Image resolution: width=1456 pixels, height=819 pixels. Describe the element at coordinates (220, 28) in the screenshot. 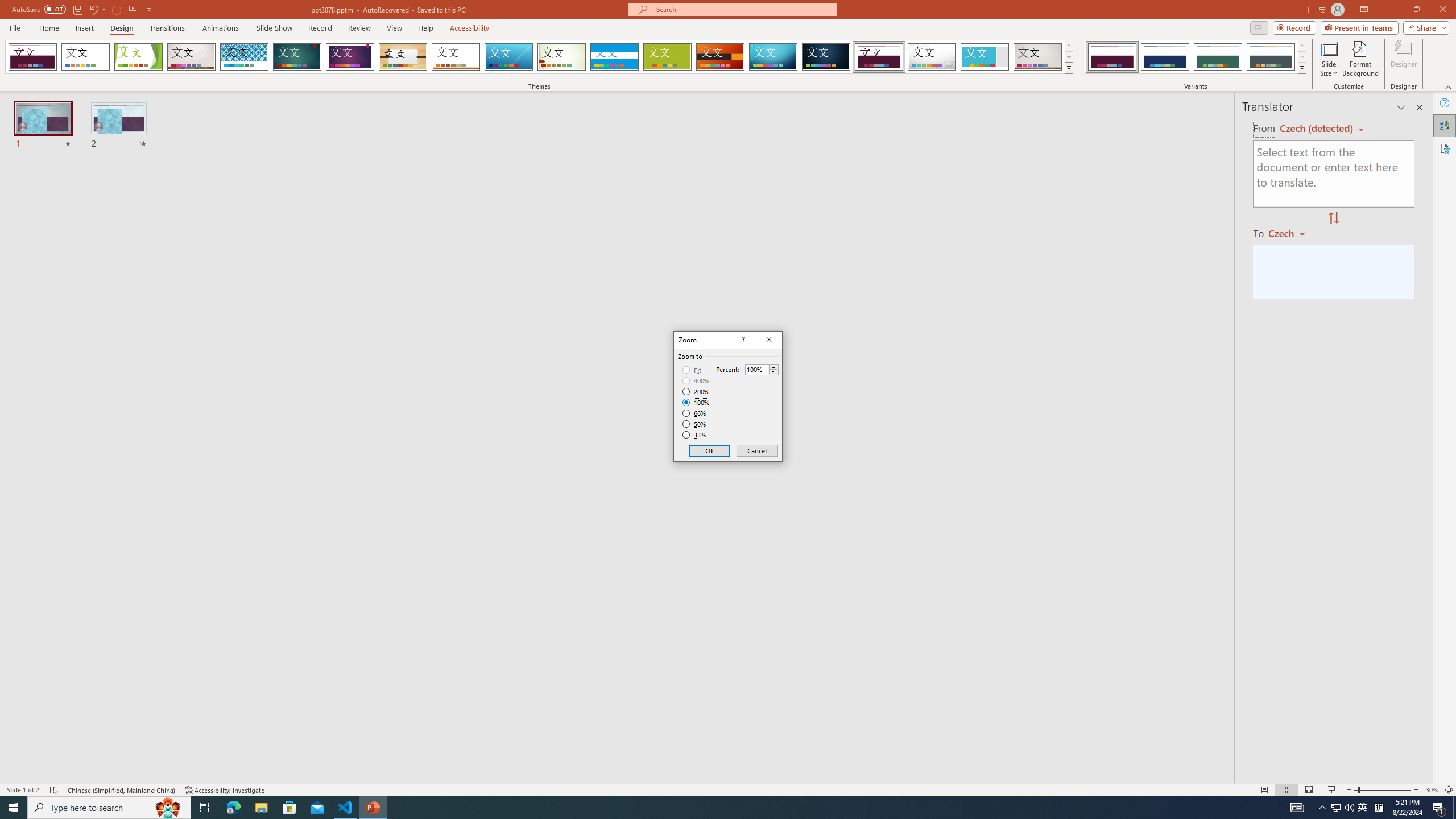

I see `'Animations'` at that location.